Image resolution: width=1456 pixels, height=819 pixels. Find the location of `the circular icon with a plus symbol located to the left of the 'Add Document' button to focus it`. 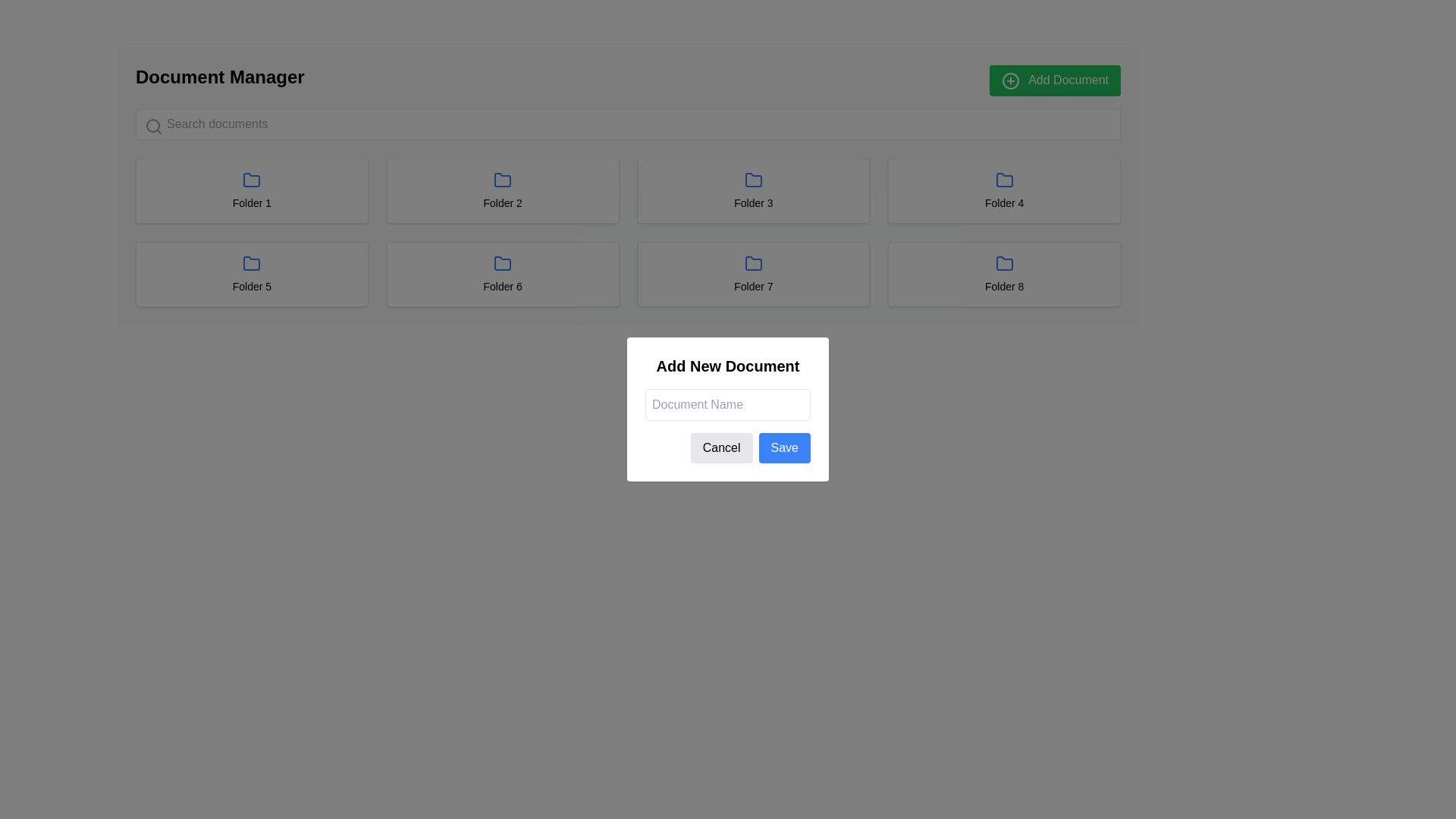

the circular icon with a plus symbol located to the left of the 'Add Document' button to focus it is located at coordinates (1010, 80).